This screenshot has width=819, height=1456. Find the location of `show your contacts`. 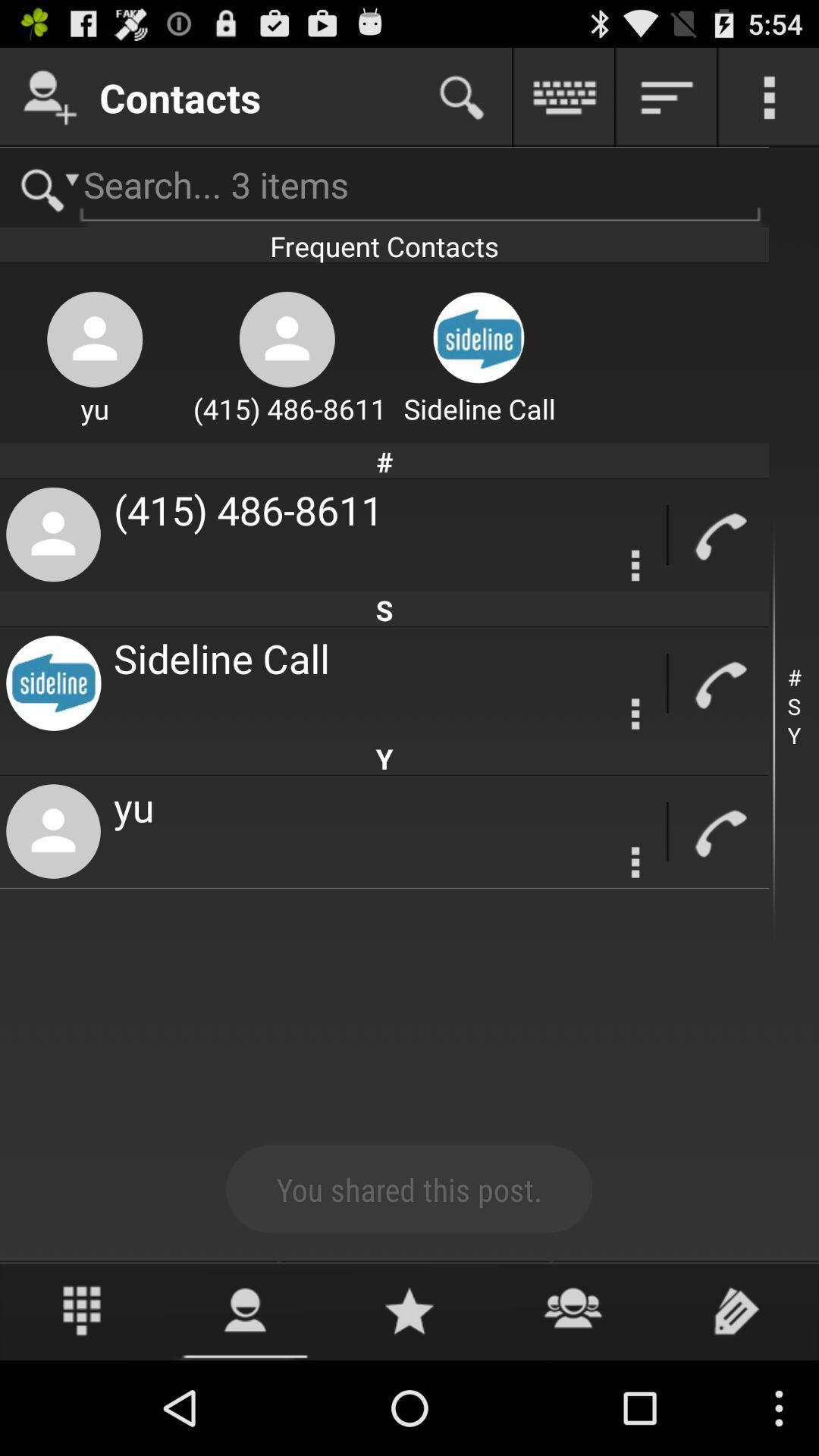

show your contacts is located at coordinates (245, 1310).